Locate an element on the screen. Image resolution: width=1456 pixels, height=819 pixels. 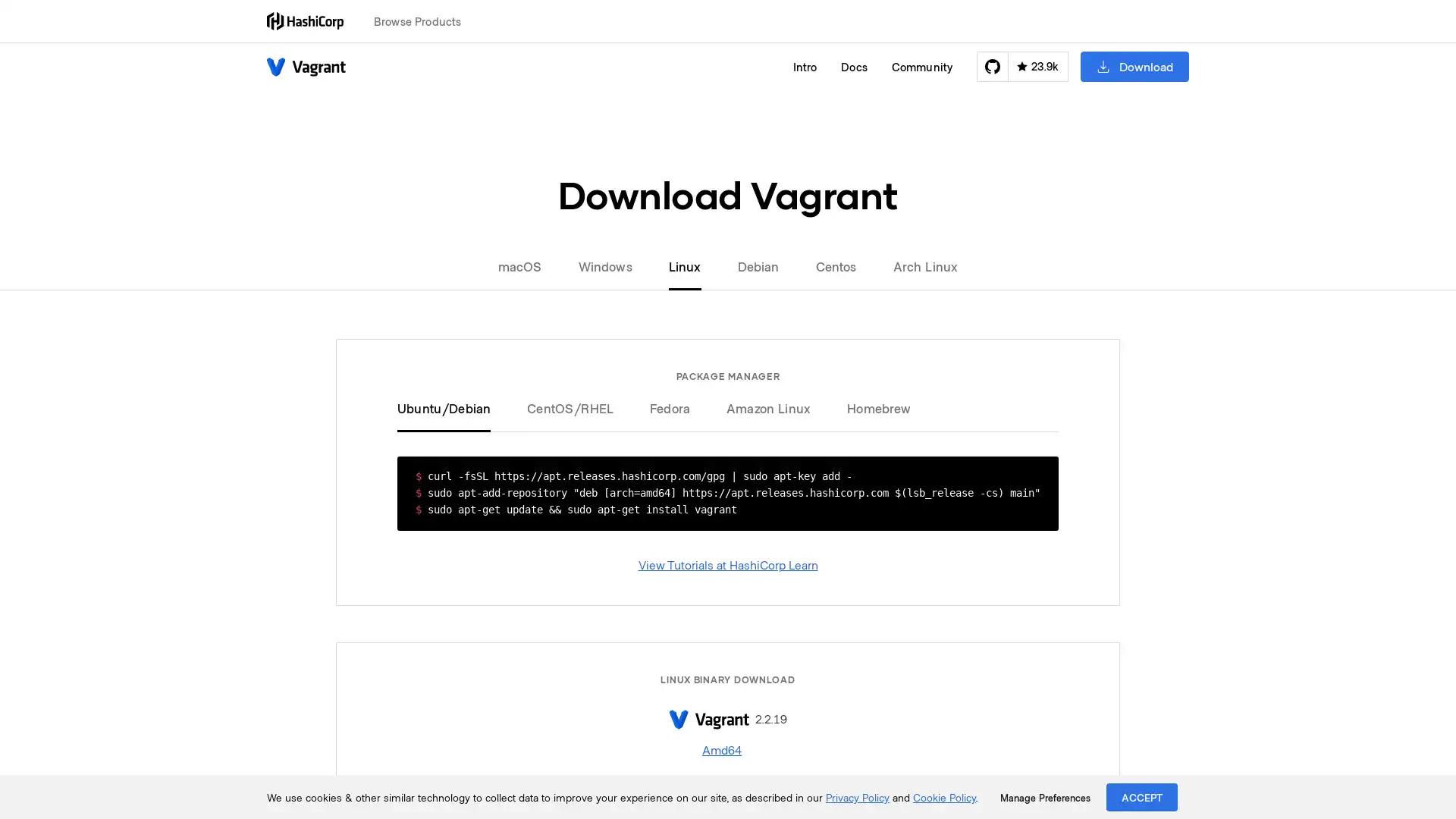
Centos is located at coordinates (835, 265).